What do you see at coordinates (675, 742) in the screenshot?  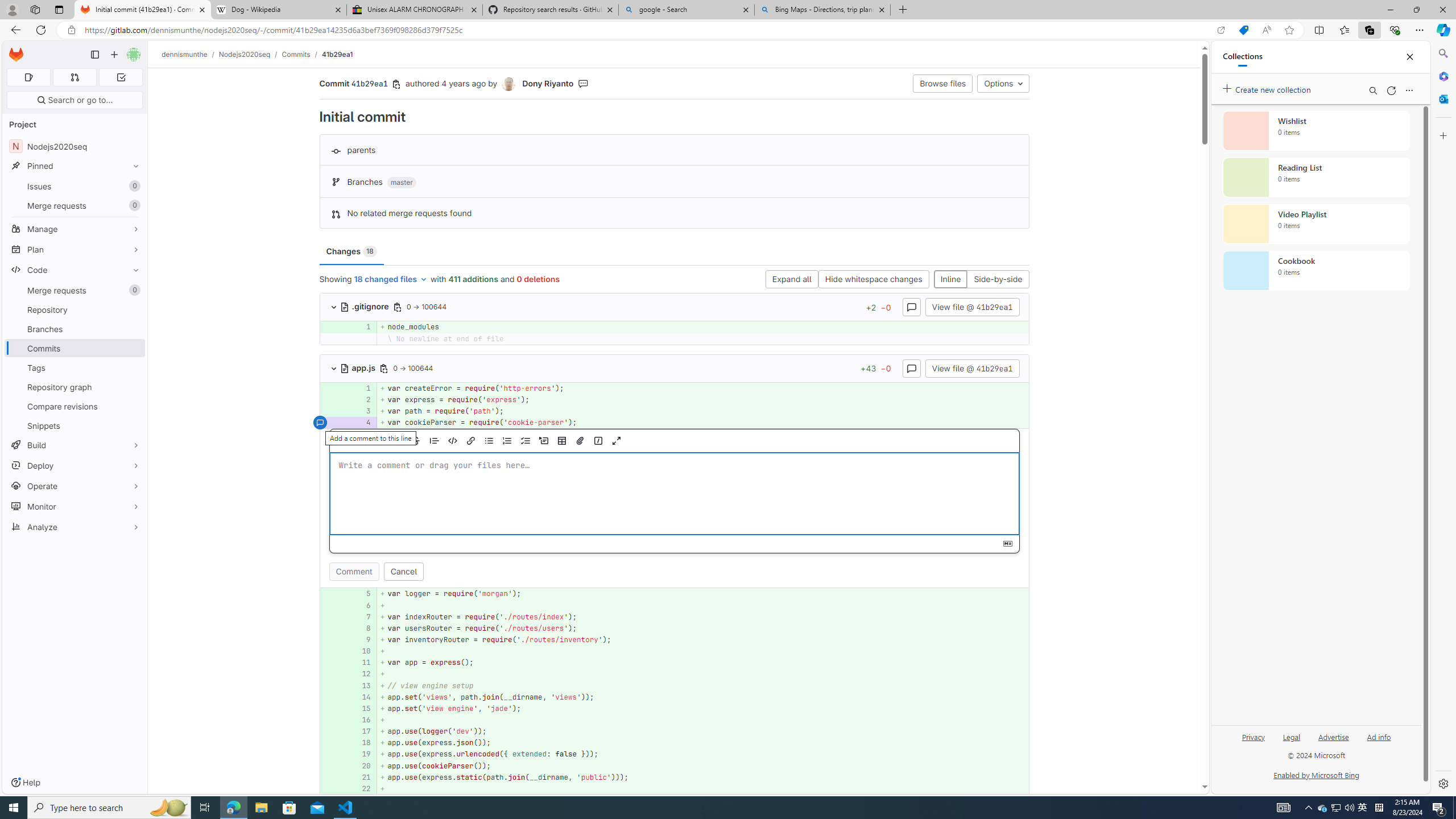 I see `'AutomationID: 4a68969ef8e858229267b842dedf42ab5dde4d50_0_18'` at bounding box center [675, 742].